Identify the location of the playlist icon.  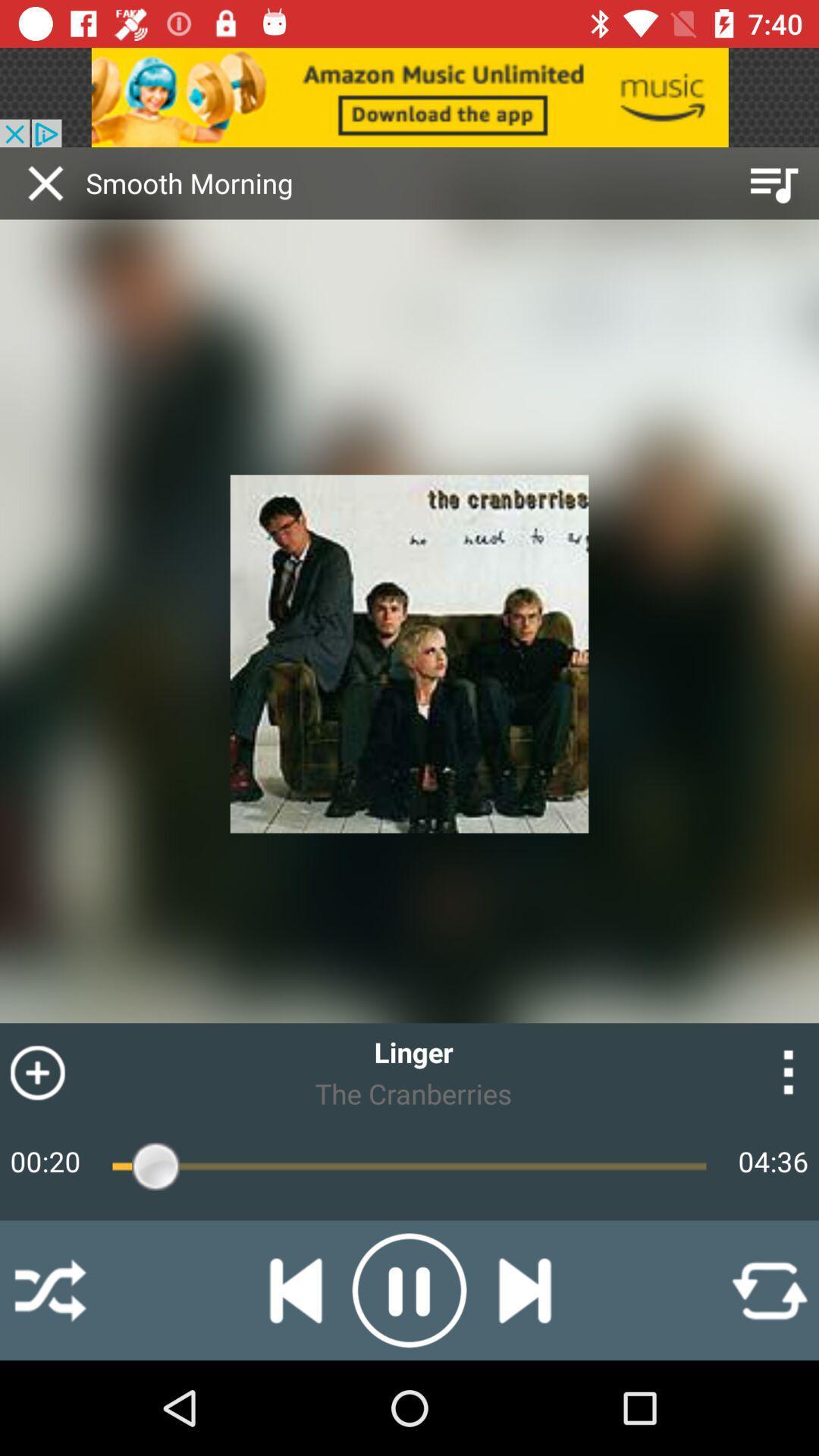
(773, 182).